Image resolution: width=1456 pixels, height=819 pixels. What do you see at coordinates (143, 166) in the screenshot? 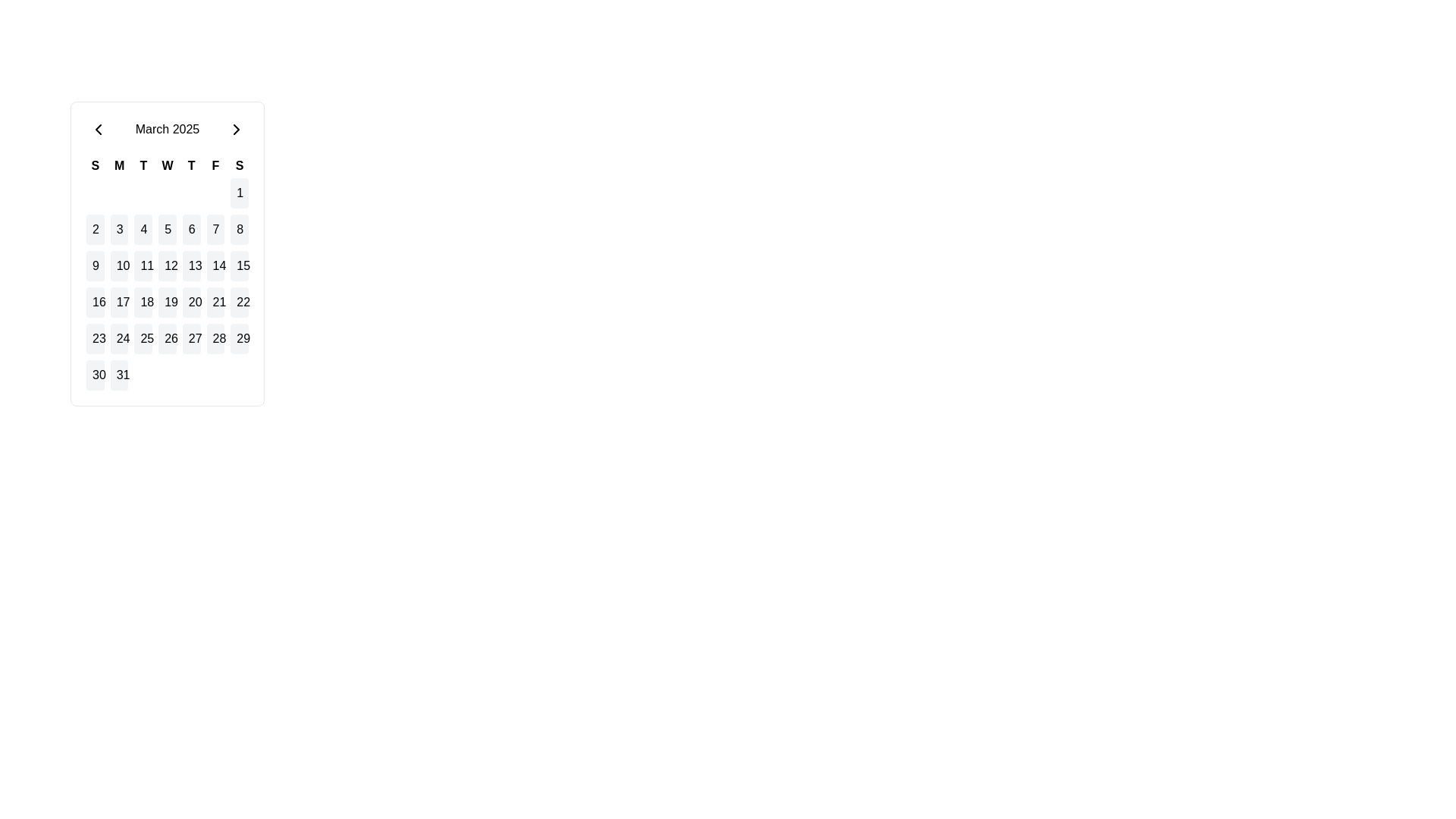
I see `the Text label representing Tuesday in the header of the calendar structure, which is the third letter in a seven-column grid of days of the week` at bounding box center [143, 166].